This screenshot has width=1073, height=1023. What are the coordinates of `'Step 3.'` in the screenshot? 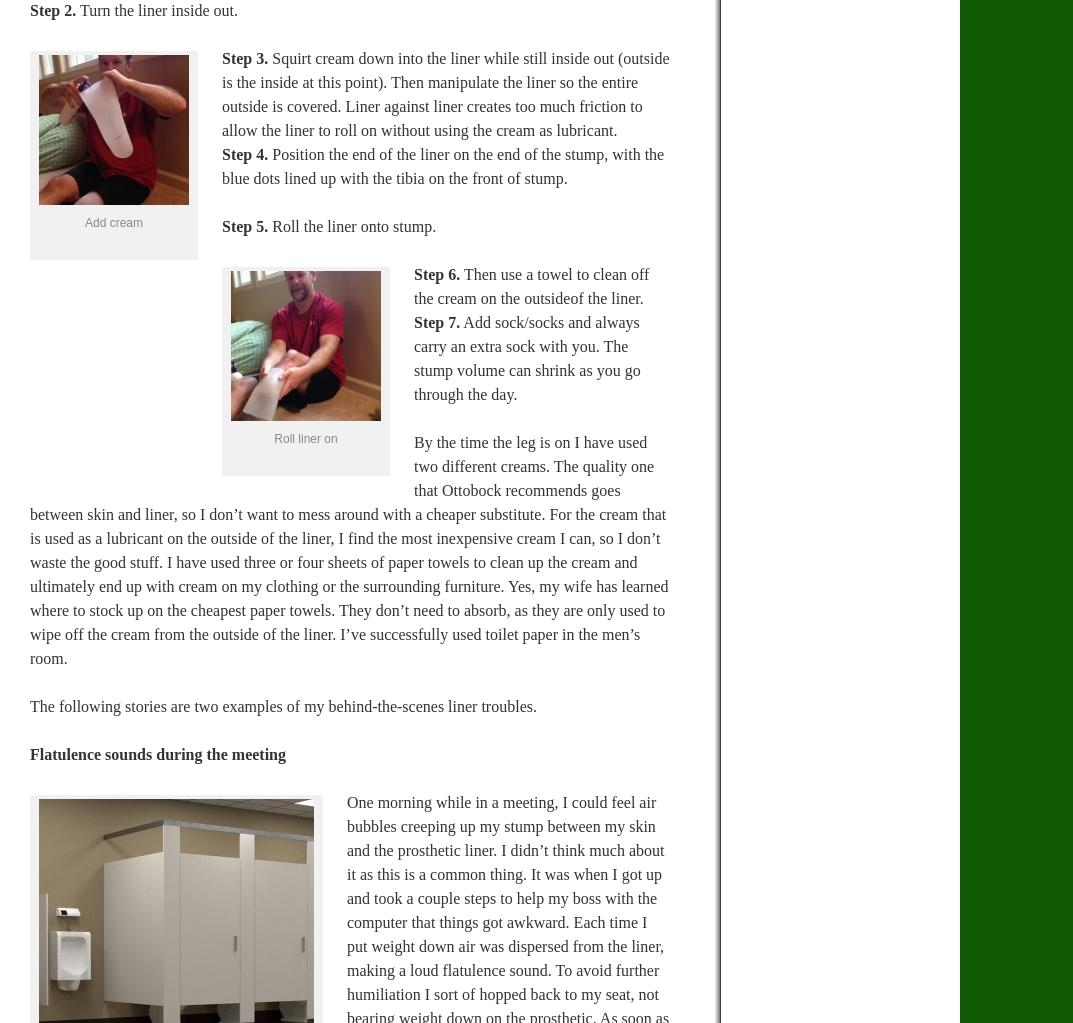 It's located at (243, 56).